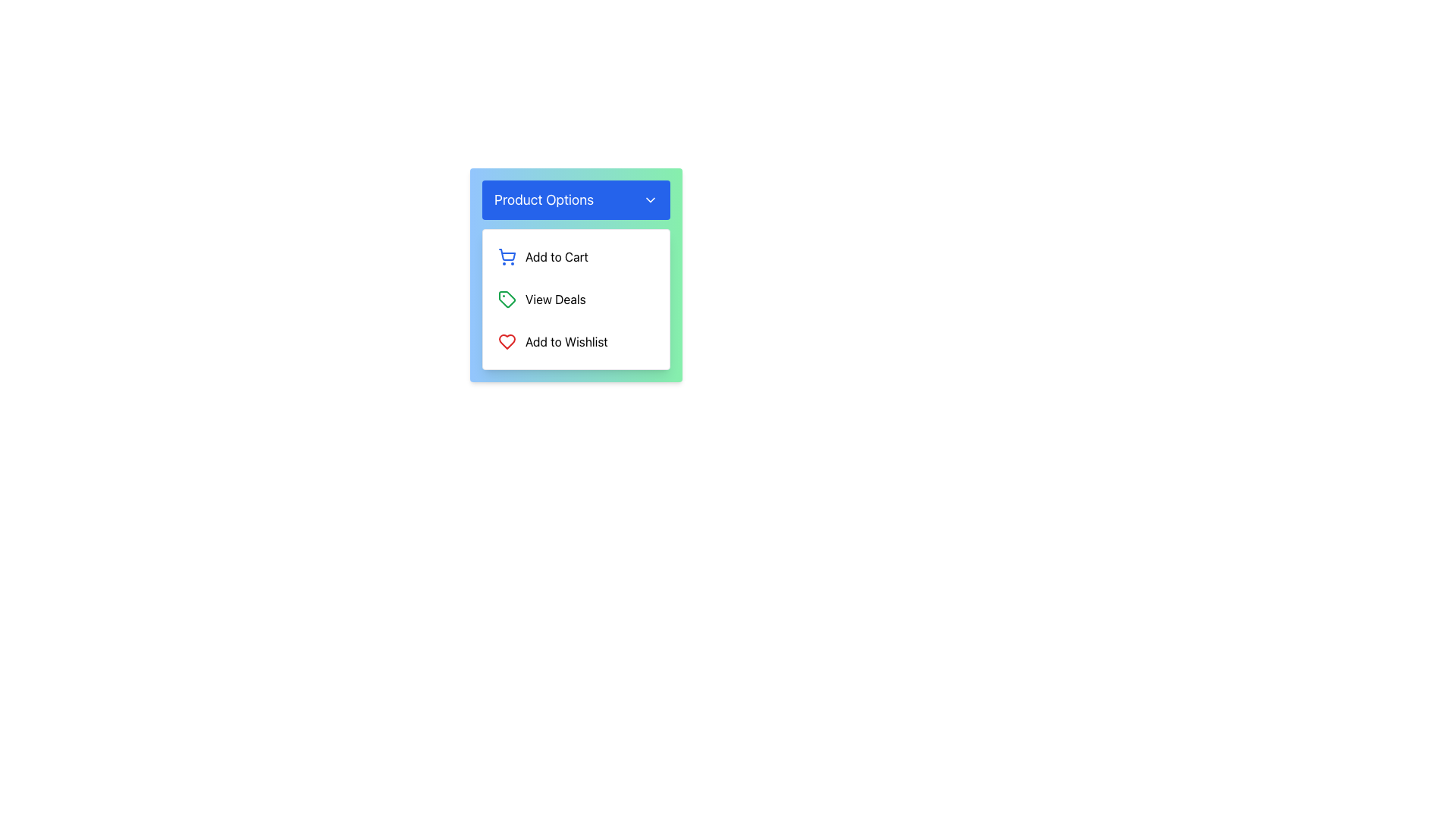  I want to click on the main body of the shopping cart icon, which is the first icon in the vertical list under the 'Product Options' dropdown, positioned above the 'Add to Cart' label, so click(507, 254).